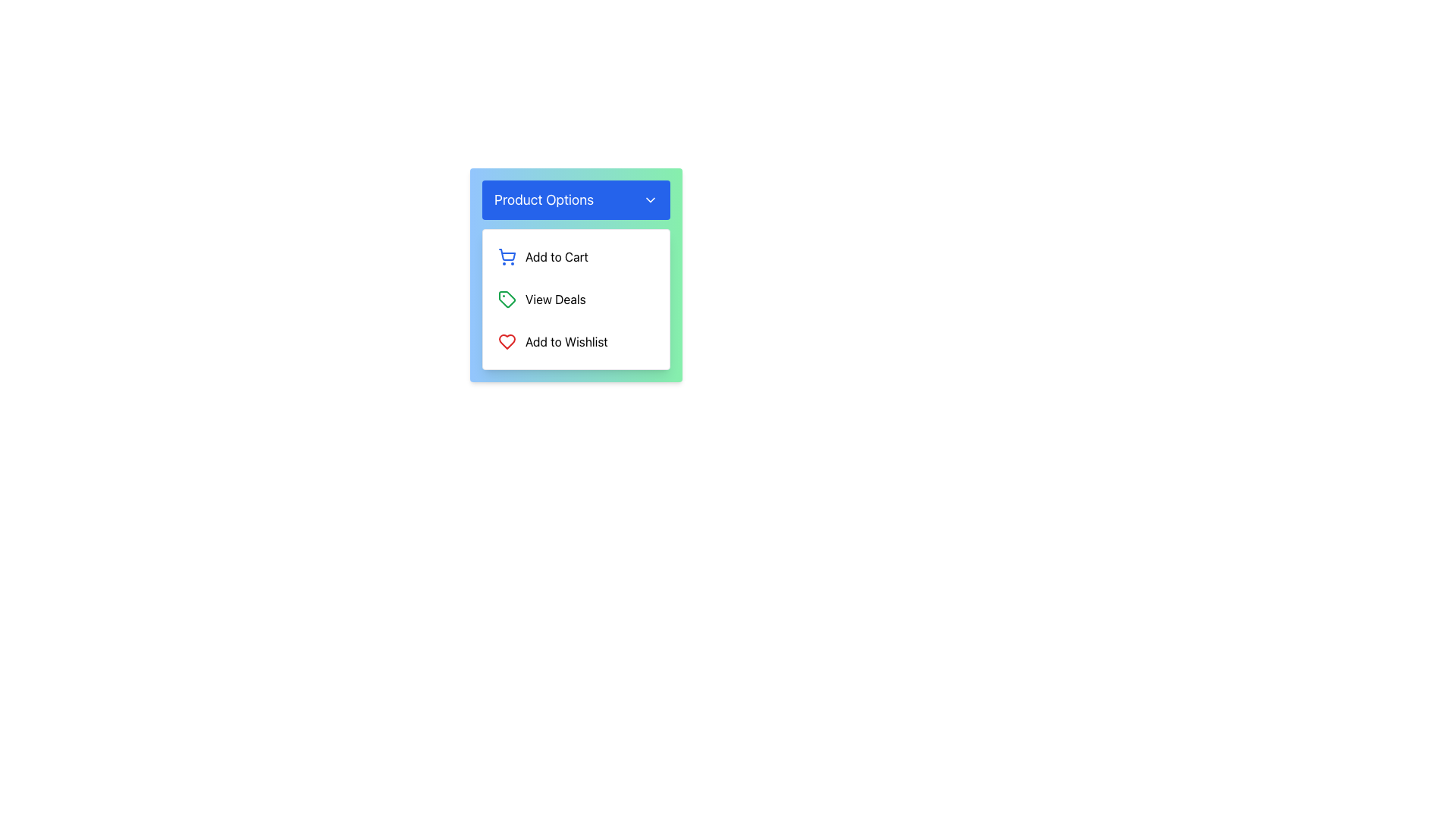  I want to click on the main body of the shopping cart icon, which is the first icon in the vertical list under the 'Product Options' dropdown, positioned above the 'Add to Cart' label, so click(507, 254).